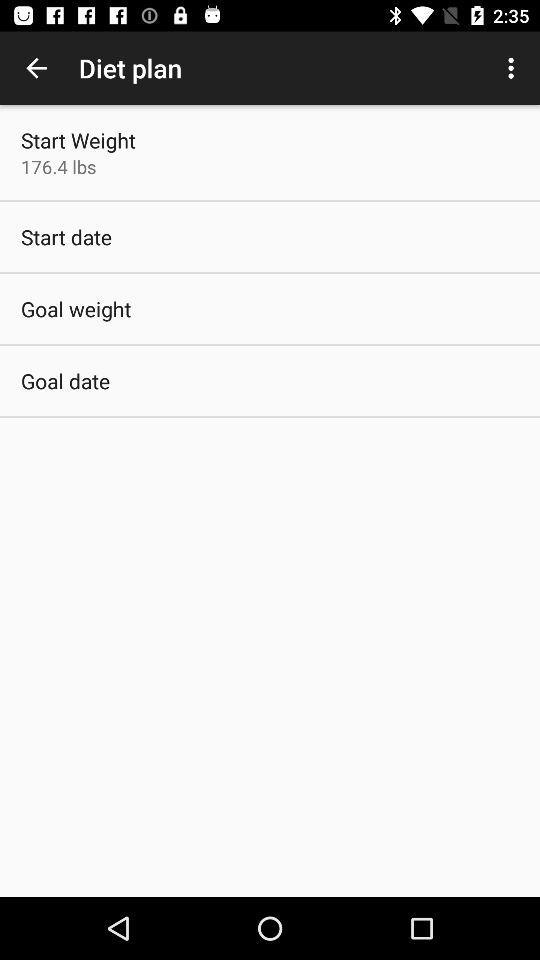 The width and height of the screenshot is (540, 960). I want to click on the goal weight app, so click(75, 309).